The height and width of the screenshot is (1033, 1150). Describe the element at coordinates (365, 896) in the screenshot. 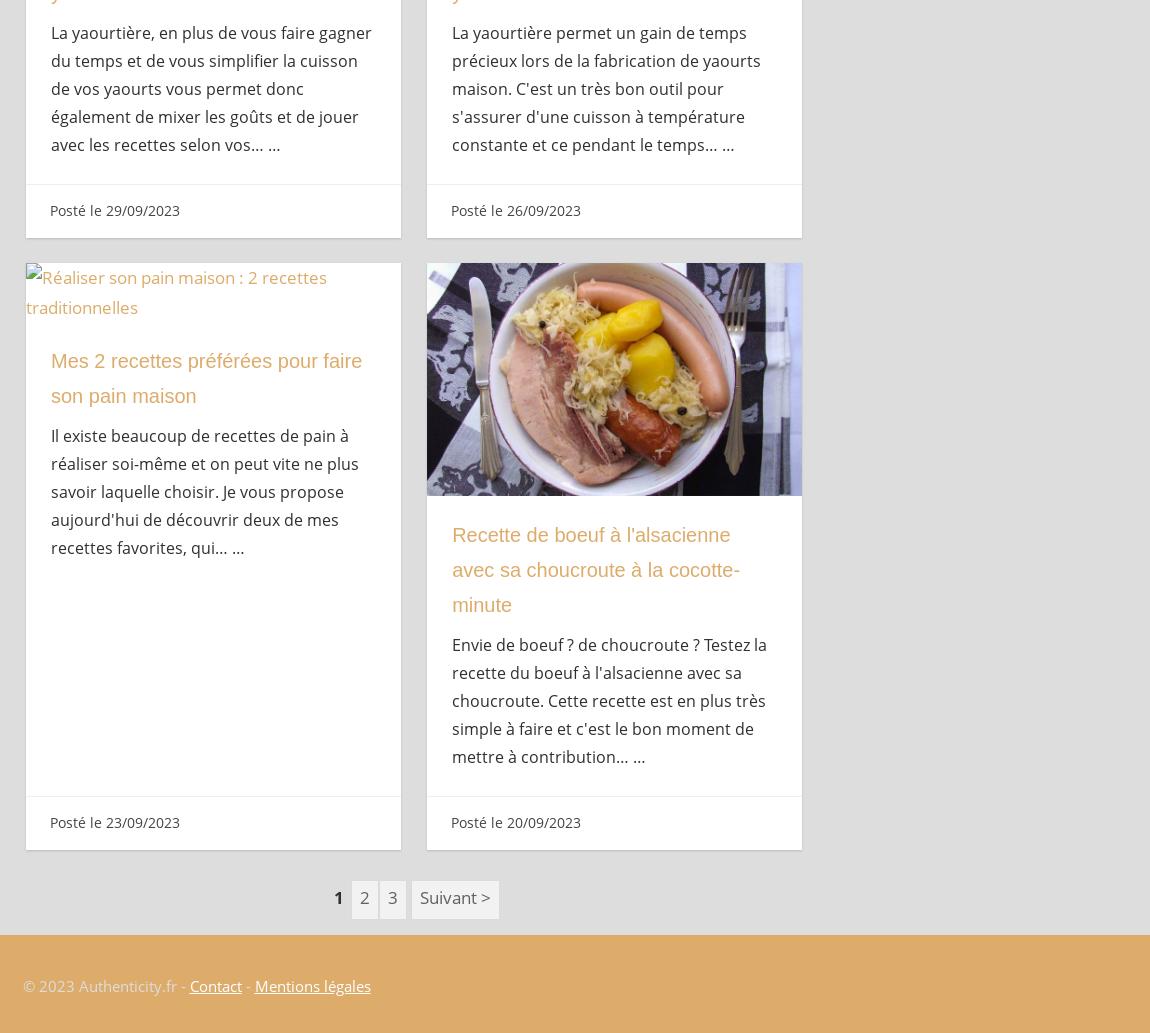

I see `'2'` at that location.